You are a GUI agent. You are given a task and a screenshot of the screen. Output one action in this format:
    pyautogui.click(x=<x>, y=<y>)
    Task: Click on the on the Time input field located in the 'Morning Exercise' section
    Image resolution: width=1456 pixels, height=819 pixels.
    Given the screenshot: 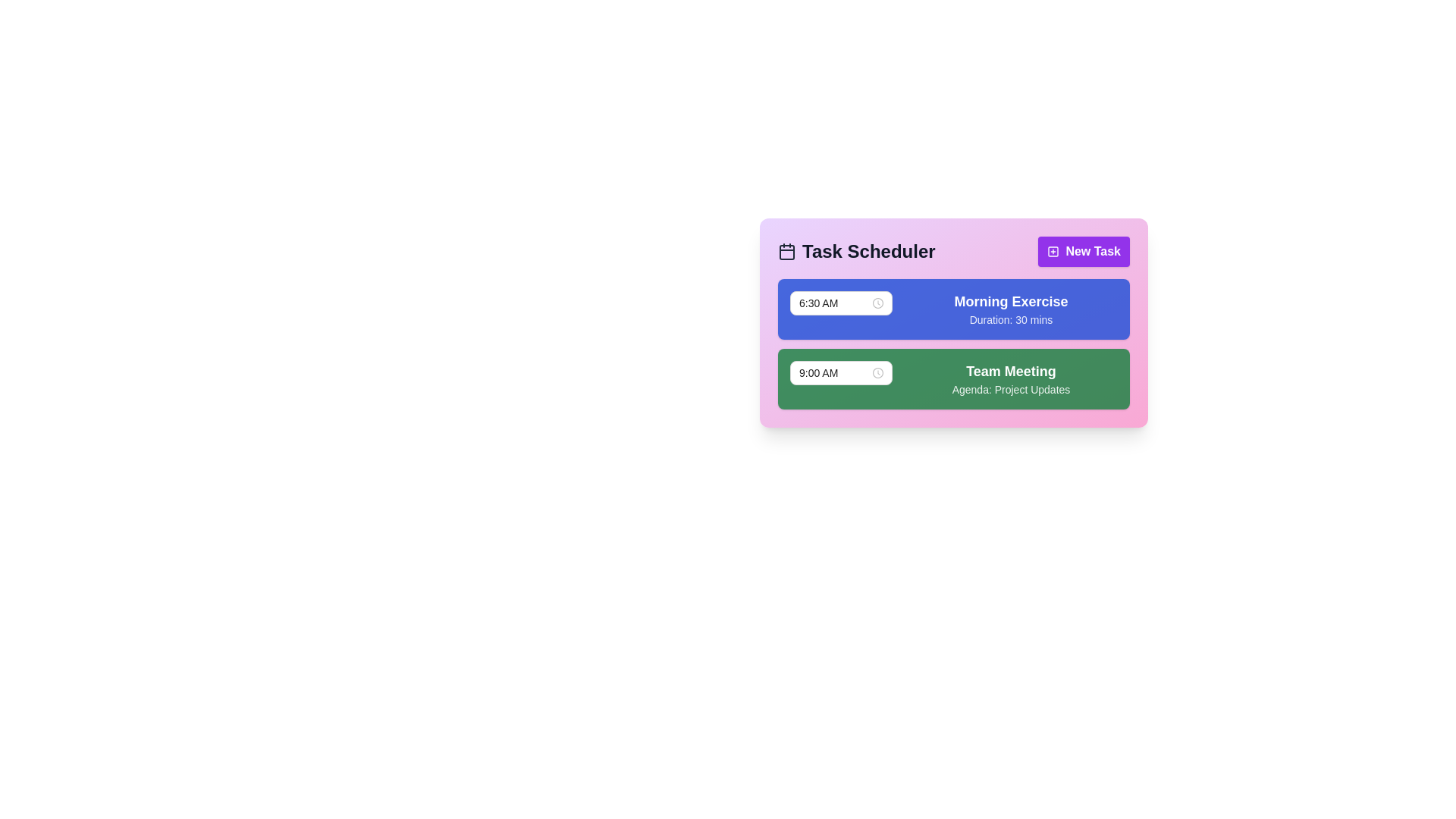 What is the action you would take?
    pyautogui.click(x=840, y=303)
    